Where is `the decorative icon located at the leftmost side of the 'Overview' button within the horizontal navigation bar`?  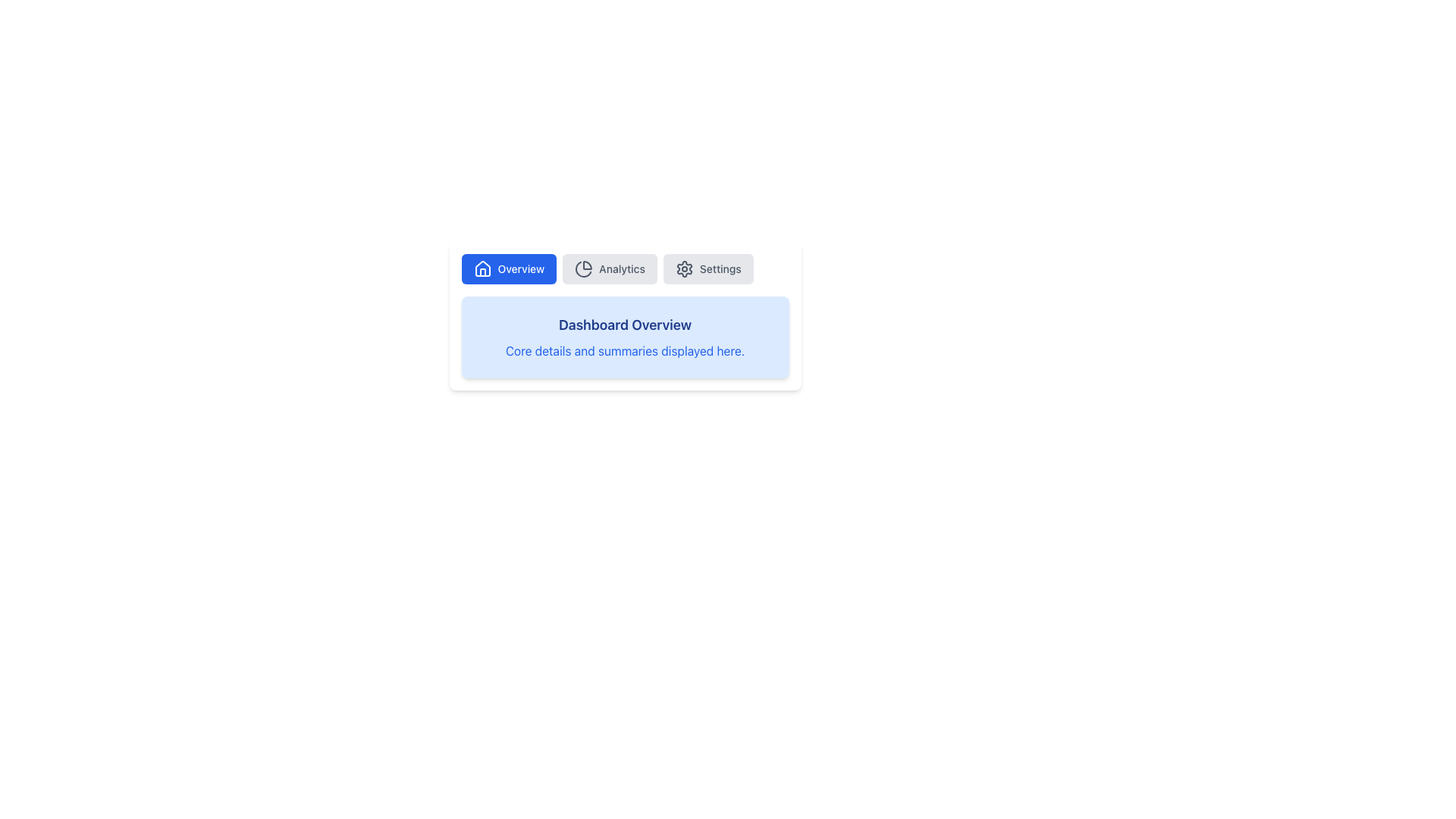
the decorative icon located at the leftmost side of the 'Overview' button within the horizontal navigation bar is located at coordinates (482, 268).